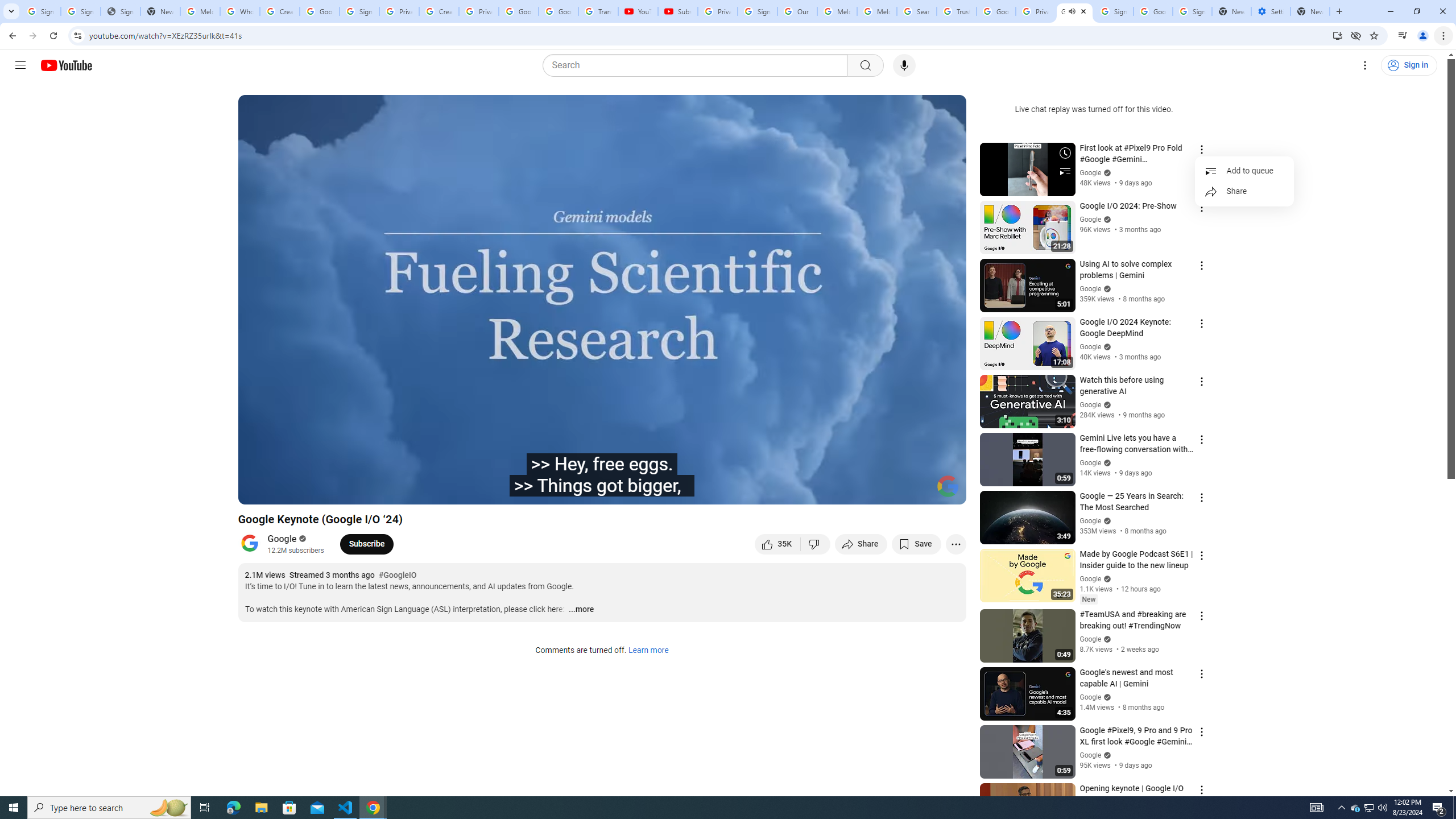  I want to click on 'New Tab', so click(1310, 11).